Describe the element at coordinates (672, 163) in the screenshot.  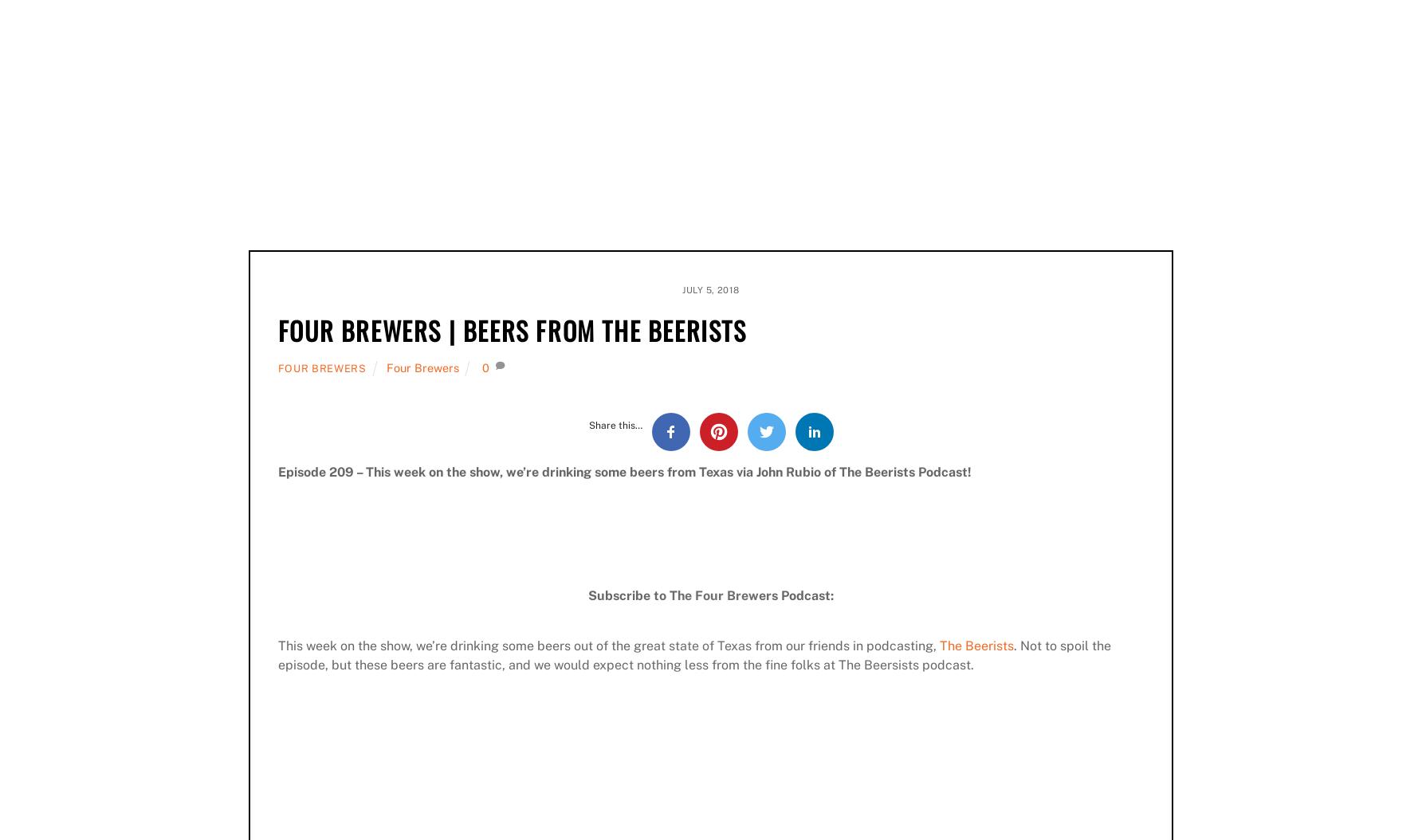
I see `'Snapchat'` at that location.